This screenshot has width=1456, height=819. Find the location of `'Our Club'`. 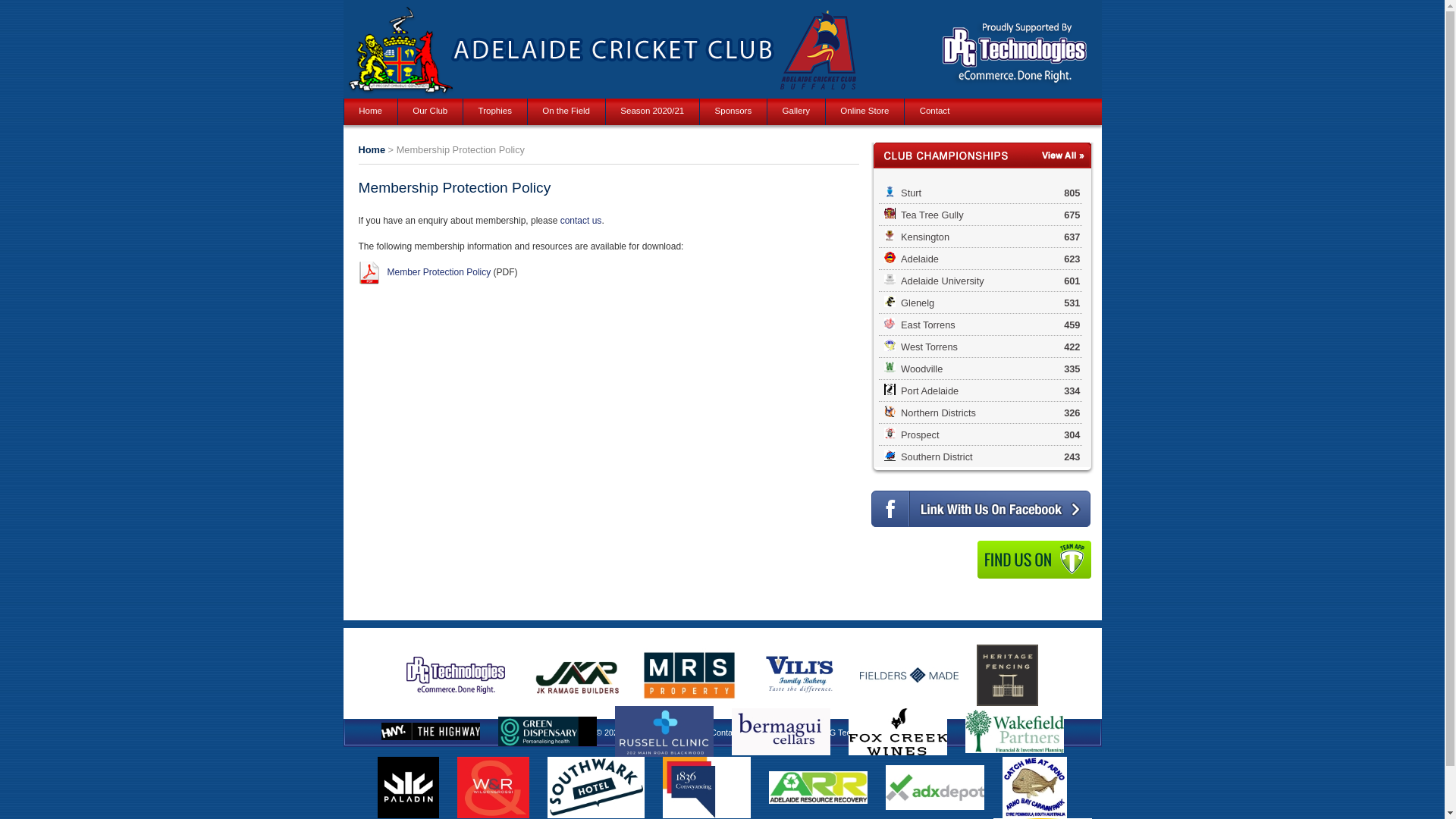

'Our Club' is located at coordinates (429, 110).